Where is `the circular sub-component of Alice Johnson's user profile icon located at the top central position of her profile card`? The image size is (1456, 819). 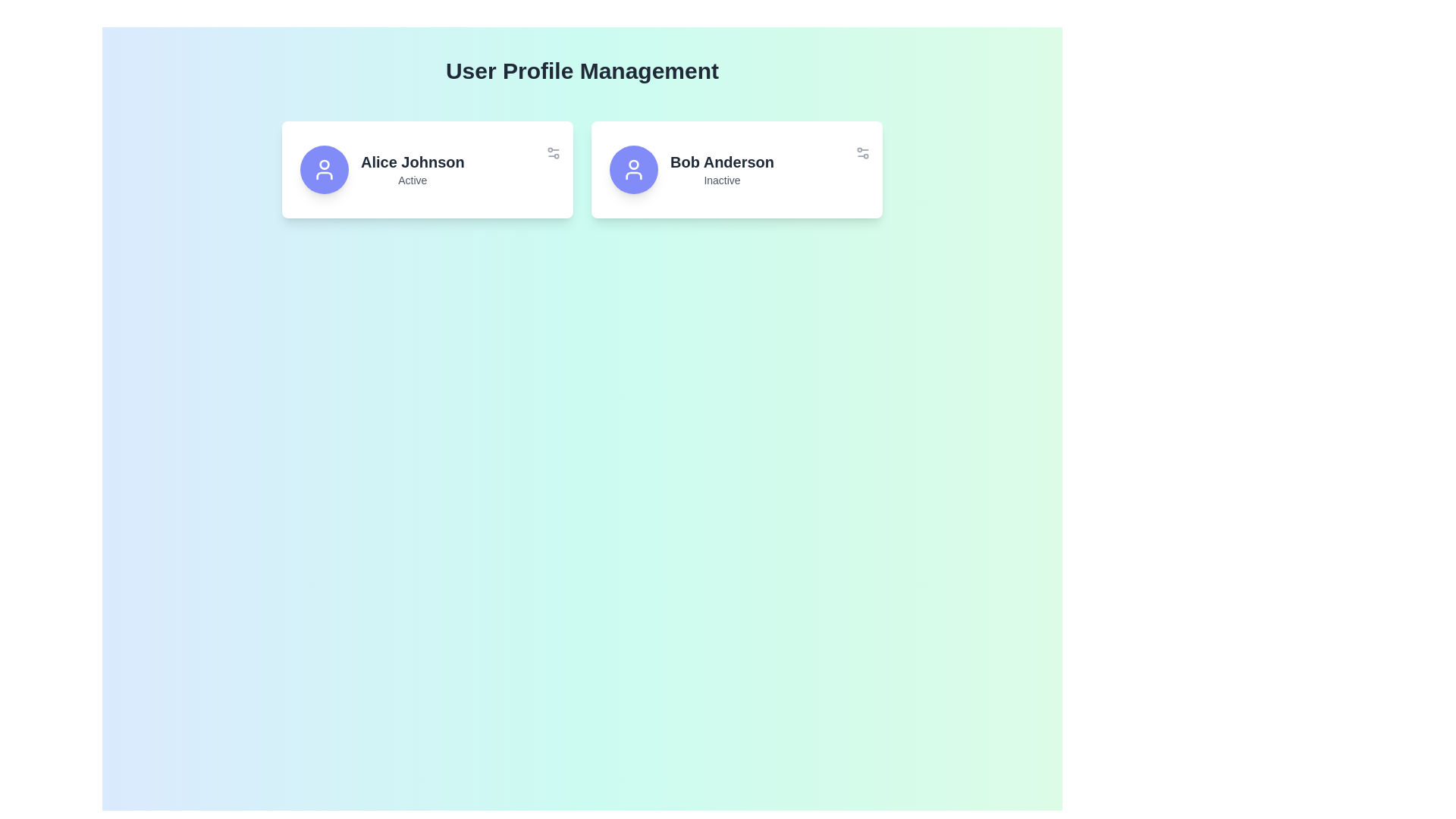 the circular sub-component of Alice Johnson's user profile icon located at the top central position of her profile card is located at coordinates (323, 164).